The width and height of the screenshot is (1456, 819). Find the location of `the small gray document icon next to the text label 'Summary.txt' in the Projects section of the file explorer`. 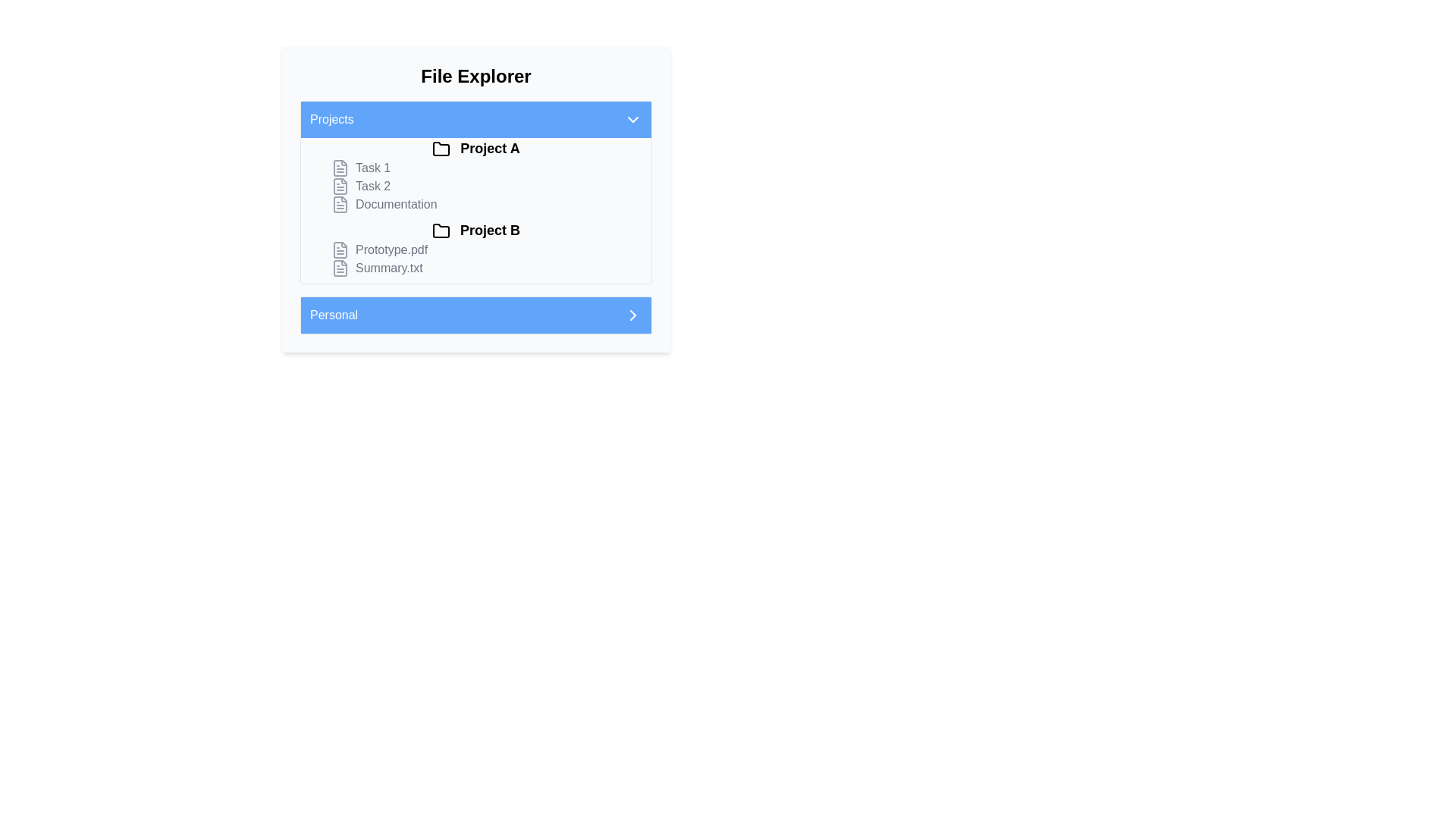

the small gray document icon next to the text label 'Summary.txt' in the Projects section of the file explorer is located at coordinates (340, 268).